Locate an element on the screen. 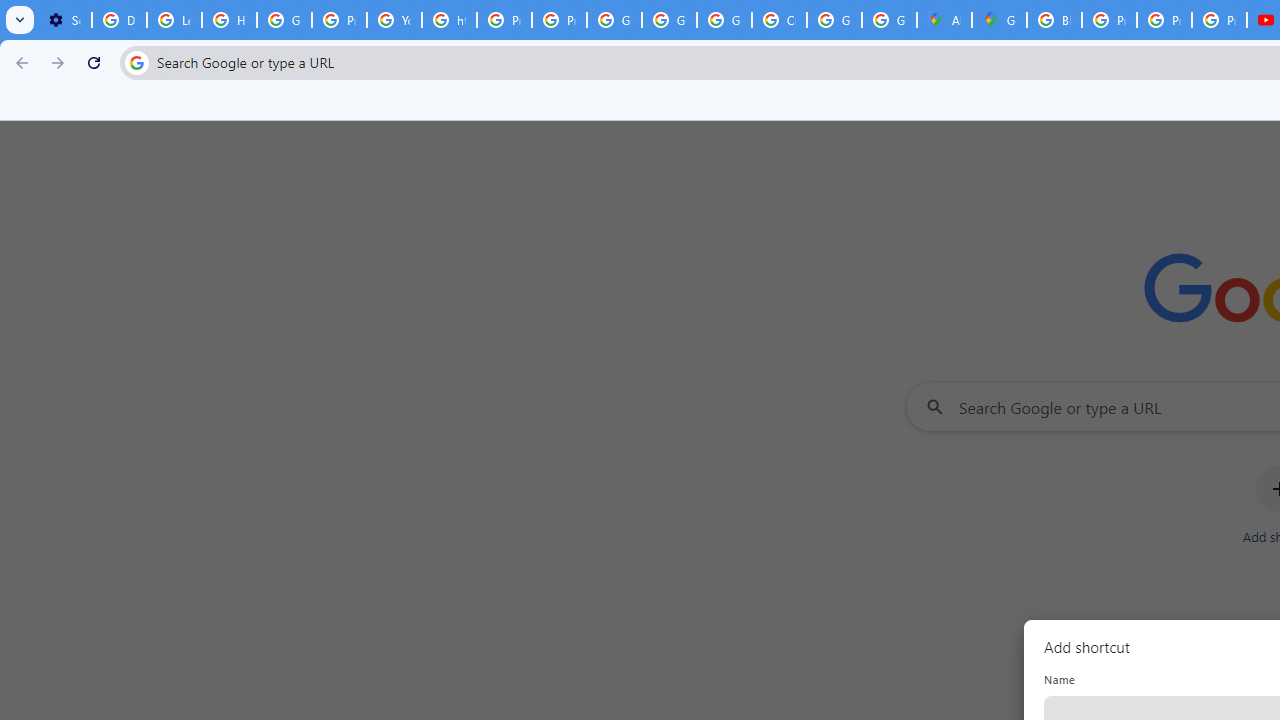 This screenshot has height=720, width=1280. 'Search icon' is located at coordinates (135, 61).